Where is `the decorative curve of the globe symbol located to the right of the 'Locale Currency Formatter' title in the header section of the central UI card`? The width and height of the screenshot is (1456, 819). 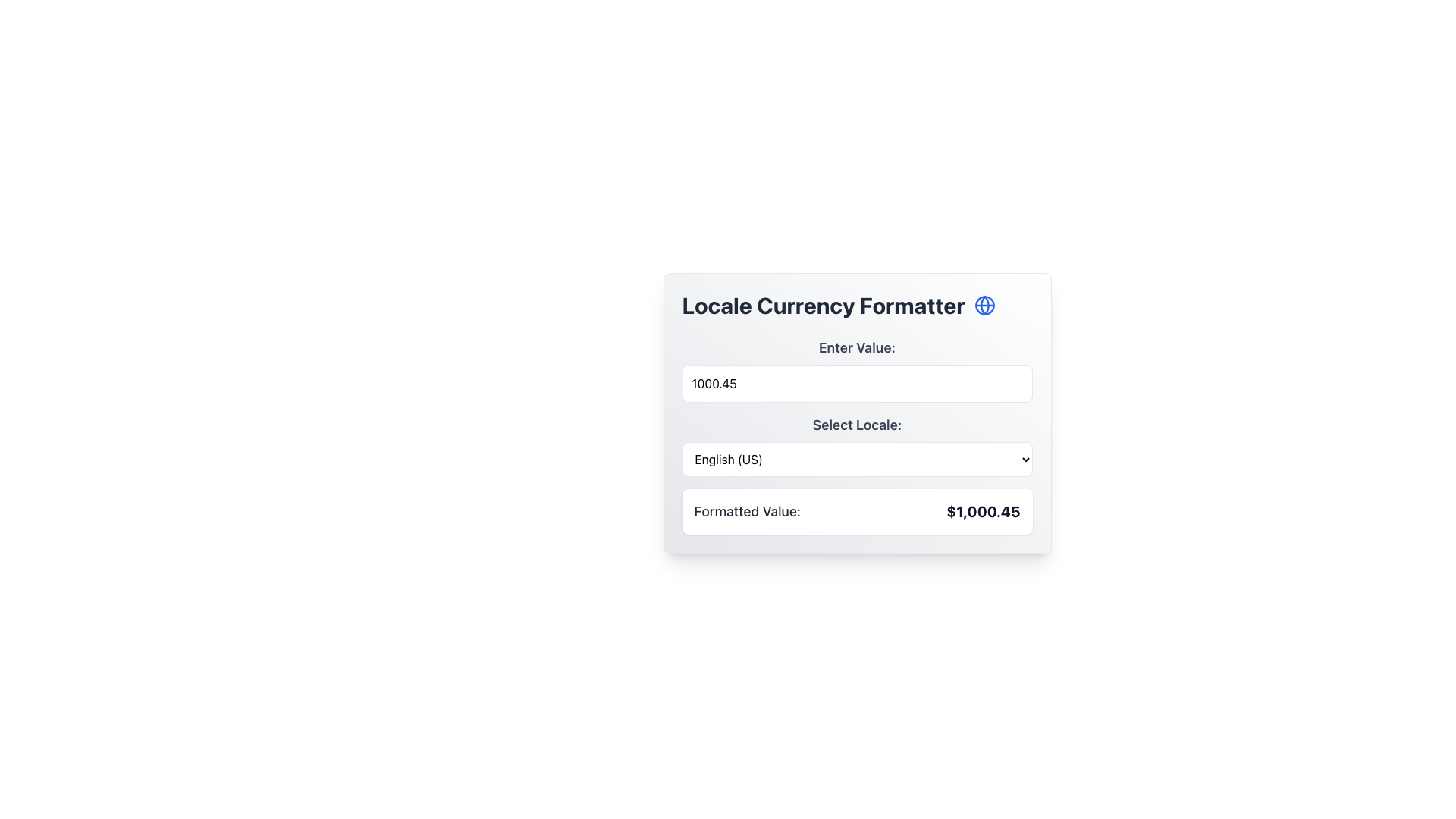
the decorative curve of the globe symbol located to the right of the 'Locale Currency Formatter' title in the header section of the central UI card is located at coordinates (984, 305).